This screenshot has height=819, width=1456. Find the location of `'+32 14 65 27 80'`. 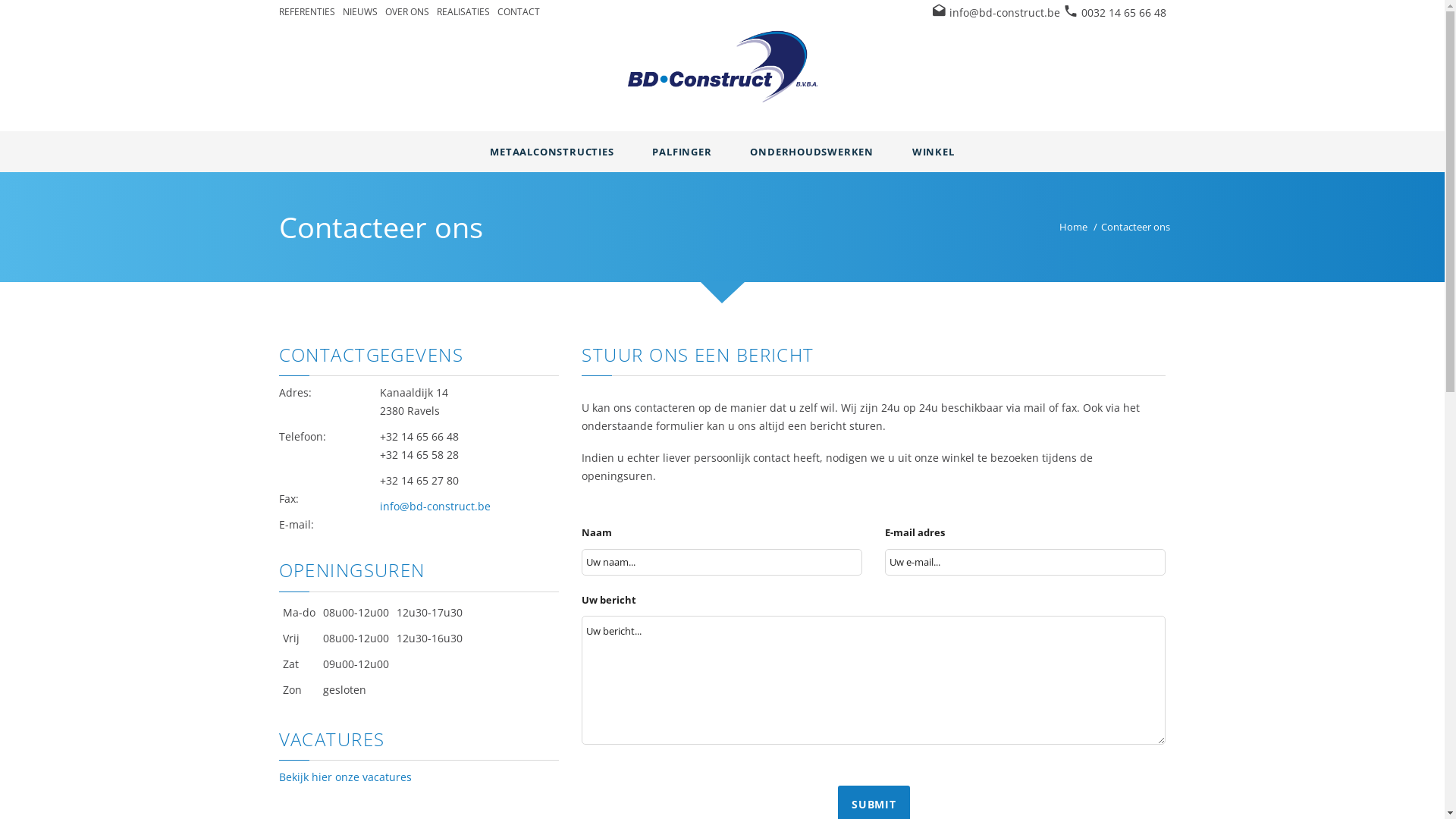

'+32 14 65 27 80' is located at coordinates (419, 480).